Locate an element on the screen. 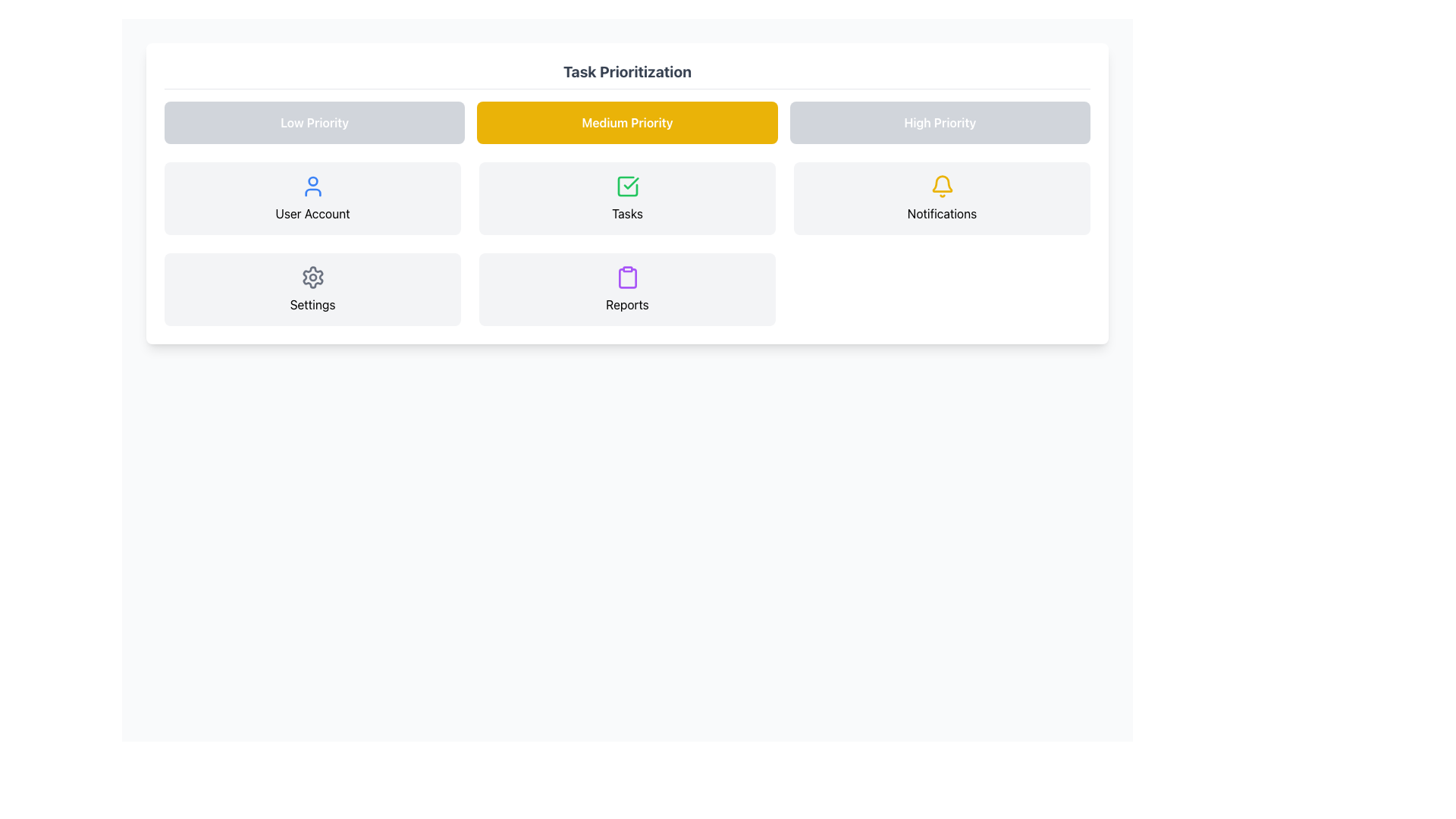 The width and height of the screenshot is (1456, 819). the yellow bell-shaped notification icon located in the top-right corner of the 'Notifications' card is located at coordinates (941, 186).